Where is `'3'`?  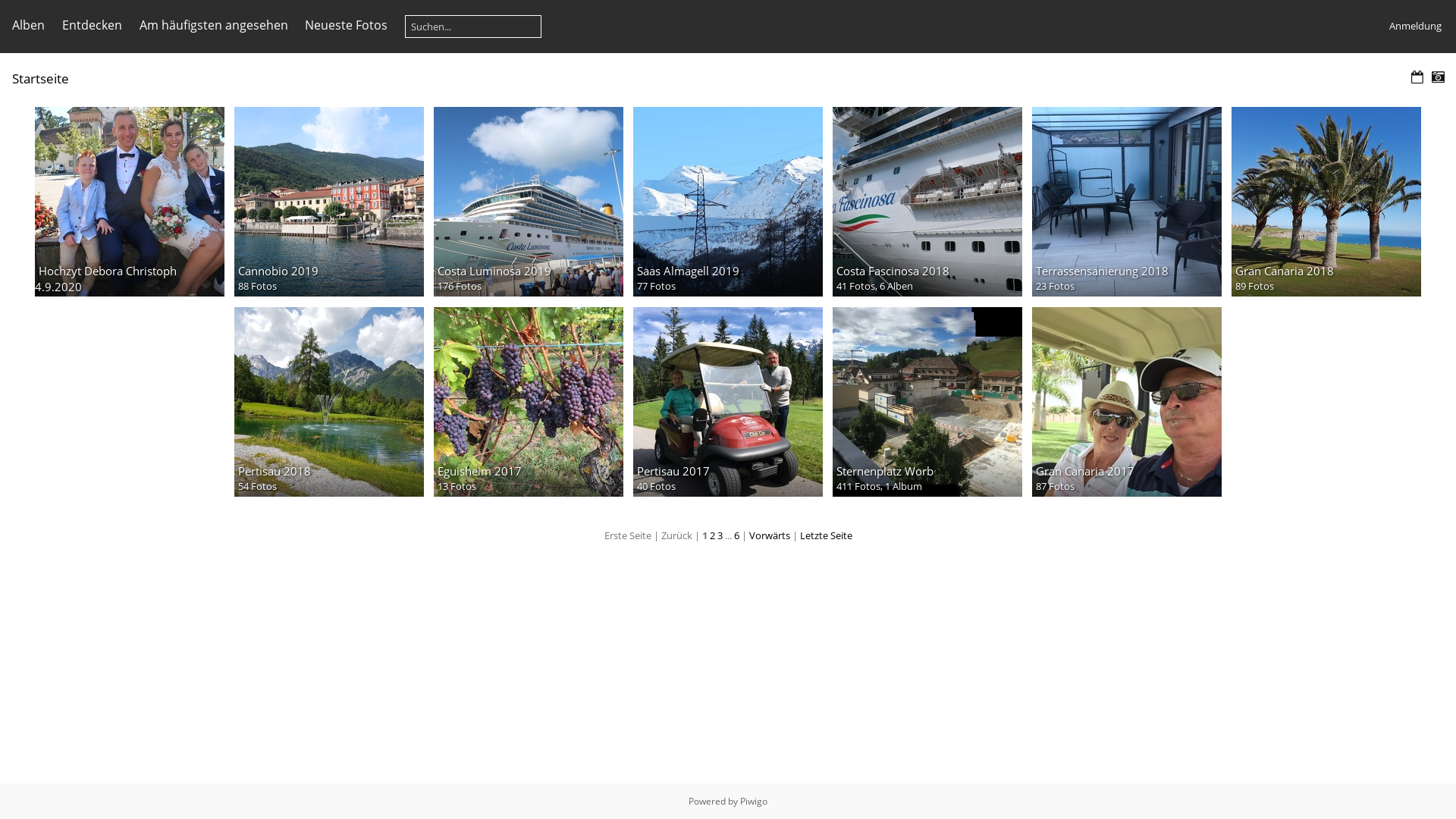 '3' is located at coordinates (719, 534).